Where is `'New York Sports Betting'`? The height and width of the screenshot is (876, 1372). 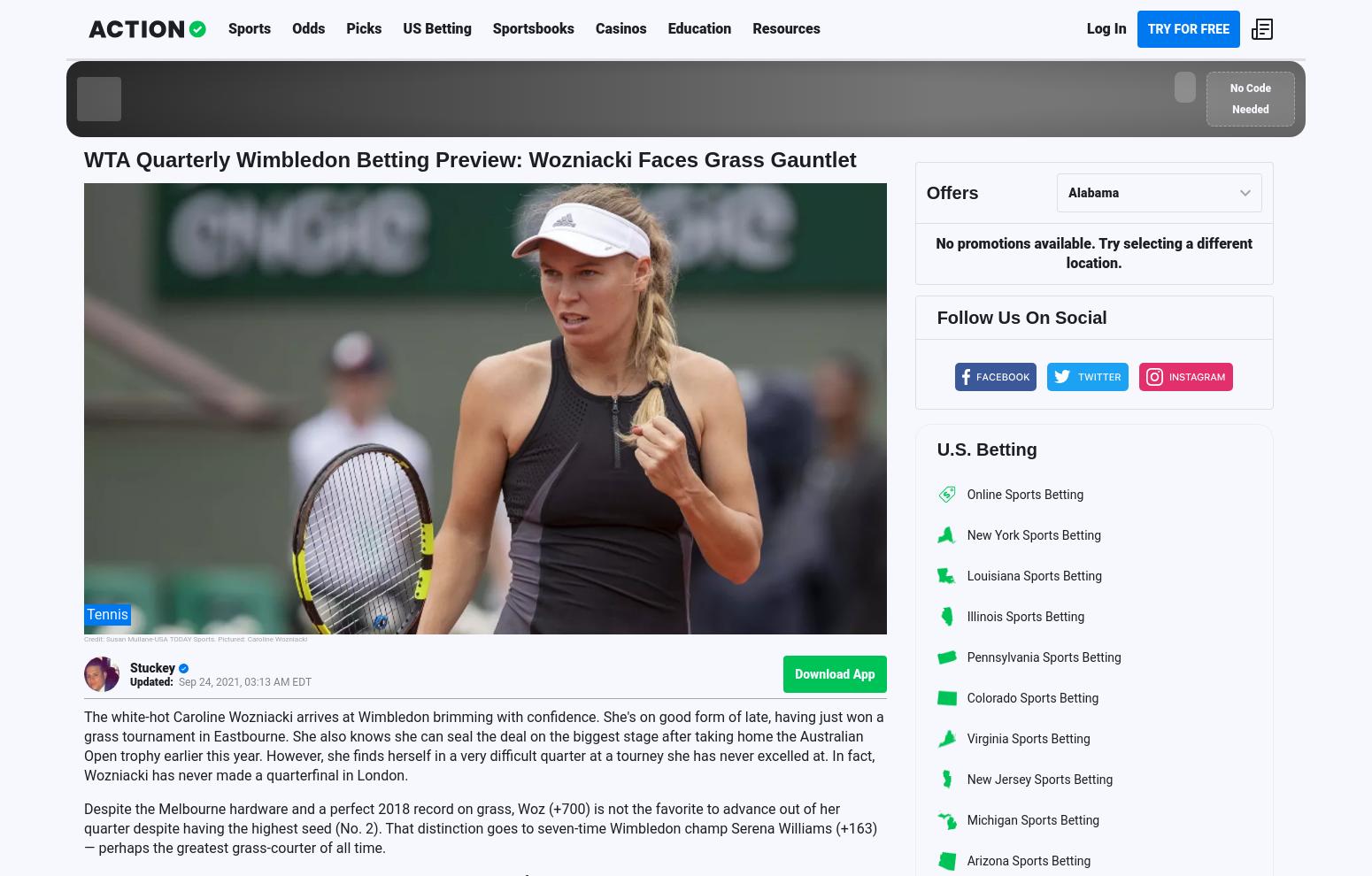 'New York Sports Betting' is located at coordinates (1033, 533).